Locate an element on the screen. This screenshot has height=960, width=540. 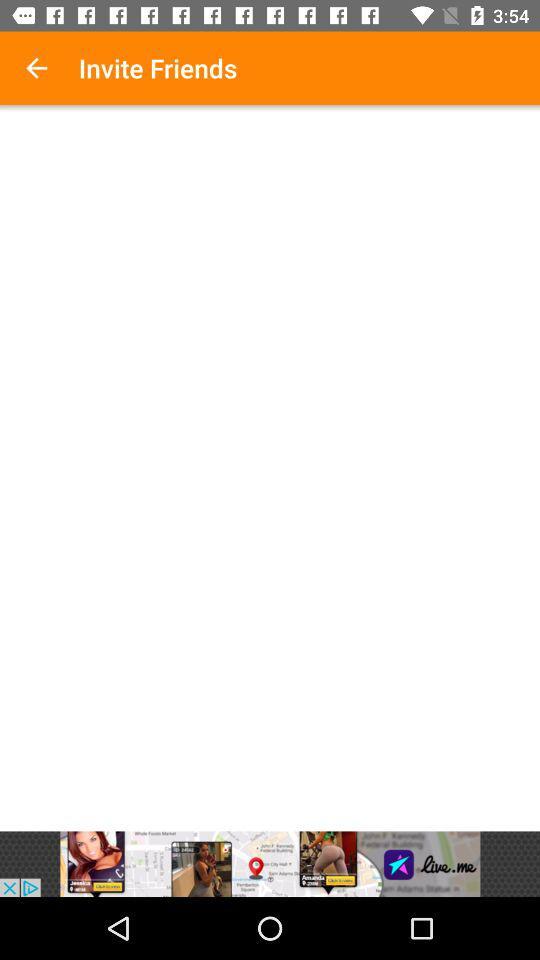
main page is located at coordinates (270, 471).